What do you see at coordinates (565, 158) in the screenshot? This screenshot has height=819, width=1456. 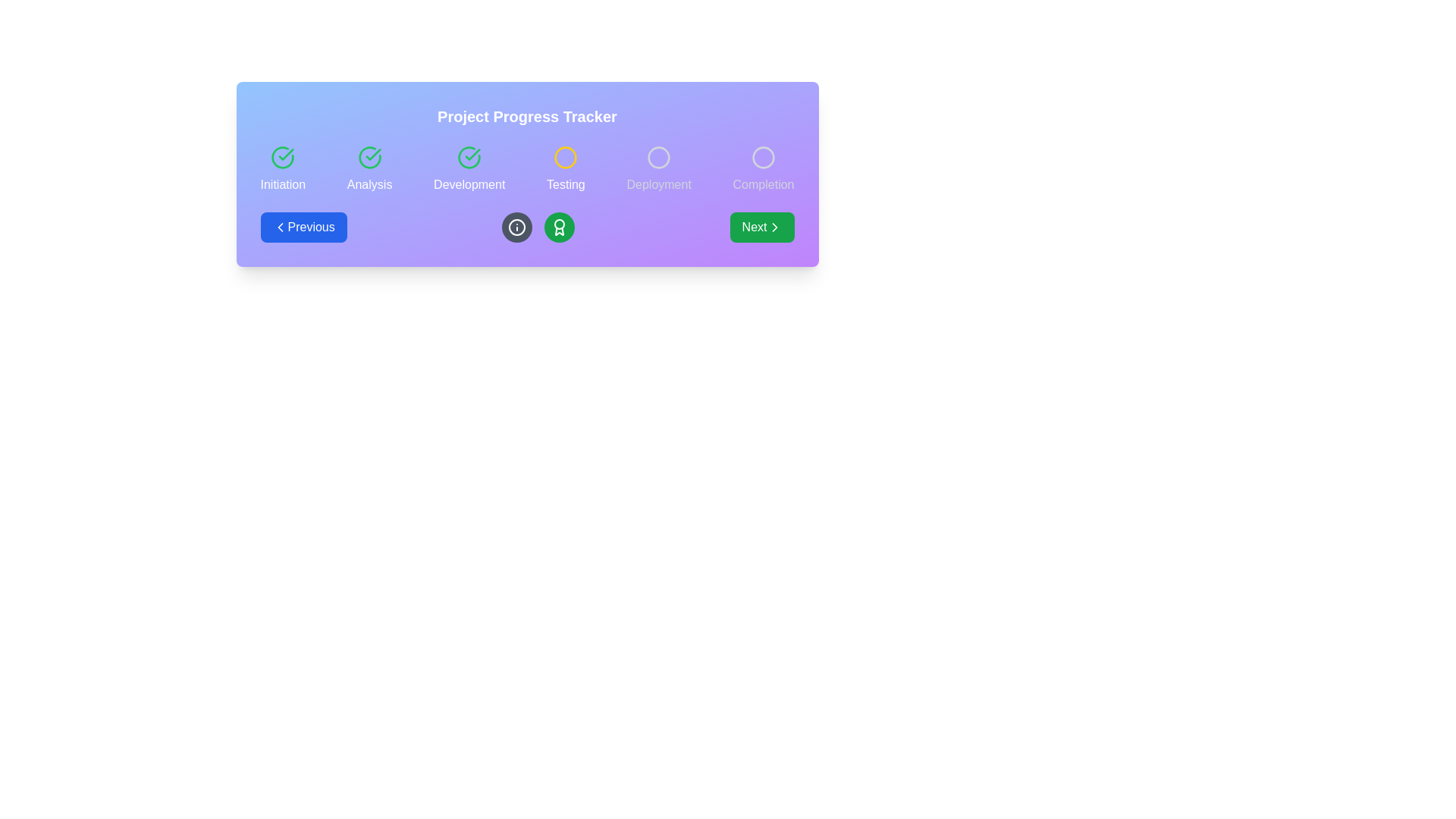 I see `the decorative circular indicator that represents the status of the 'Testing' phase in the project tracker` at bounding box center [565, 158].